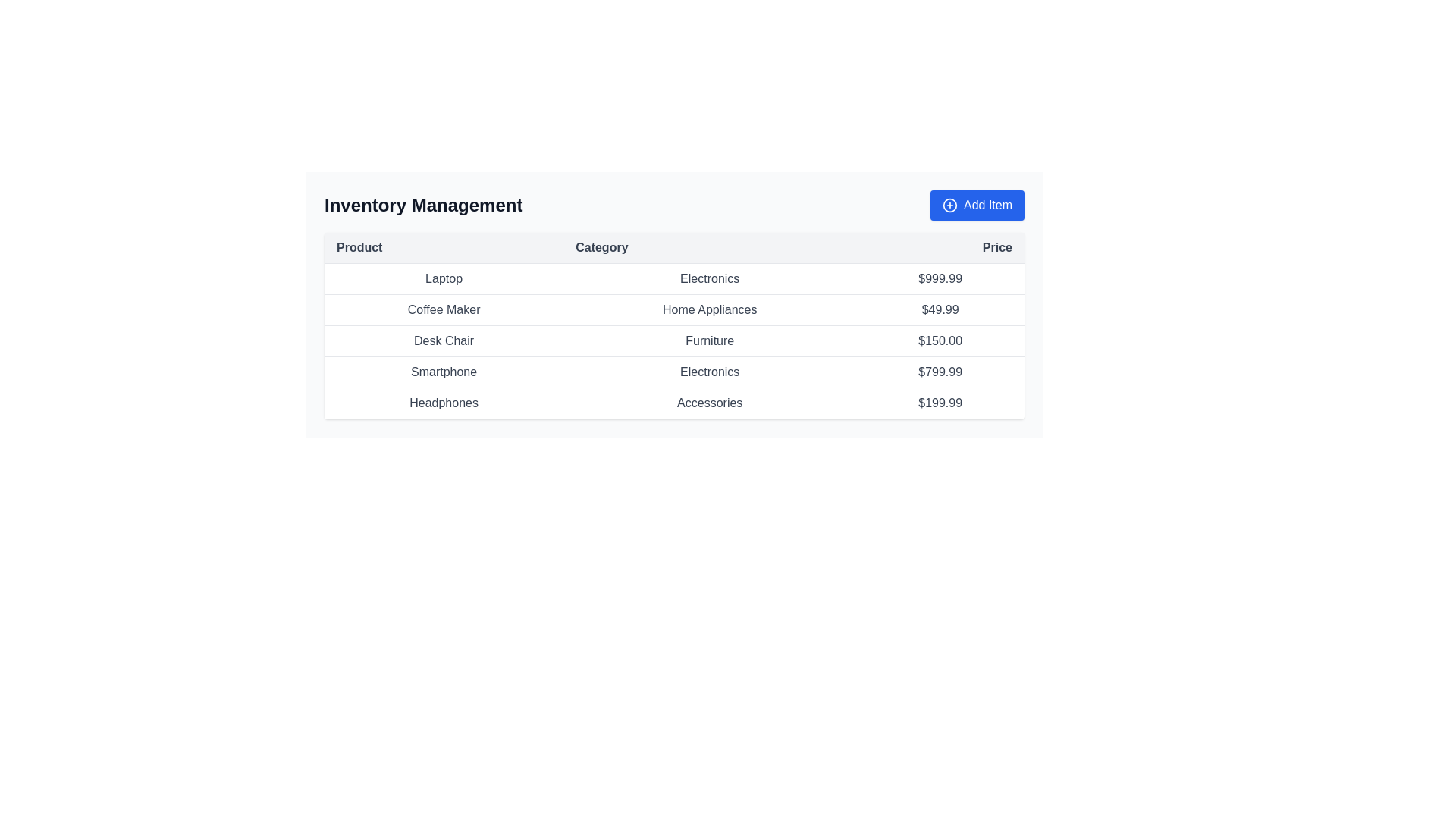 This screenshot has height=819, width=1456. What do you see at coordinates (673, 309) in the screenshot?
I see `text of the second row in the inventory table, which represents a product with its category and price, located below 'Laptop - Electronics - $999.99' and above 'Desk Chair - Furniture - $150.00'` at bounding box center [673, 309].